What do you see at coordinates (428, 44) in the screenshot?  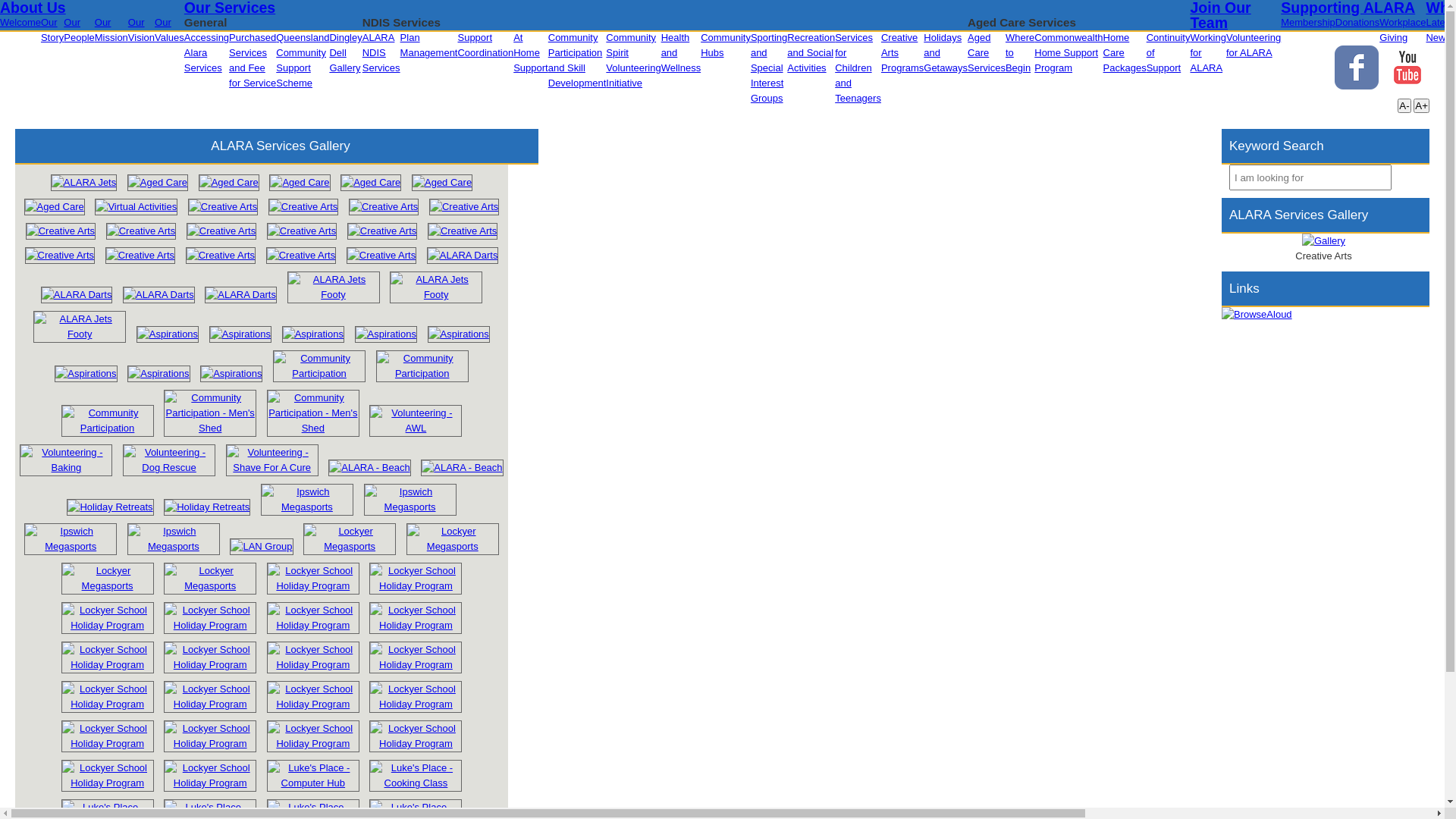 I see `'Plan Management'` at bounding box center [428, 44].